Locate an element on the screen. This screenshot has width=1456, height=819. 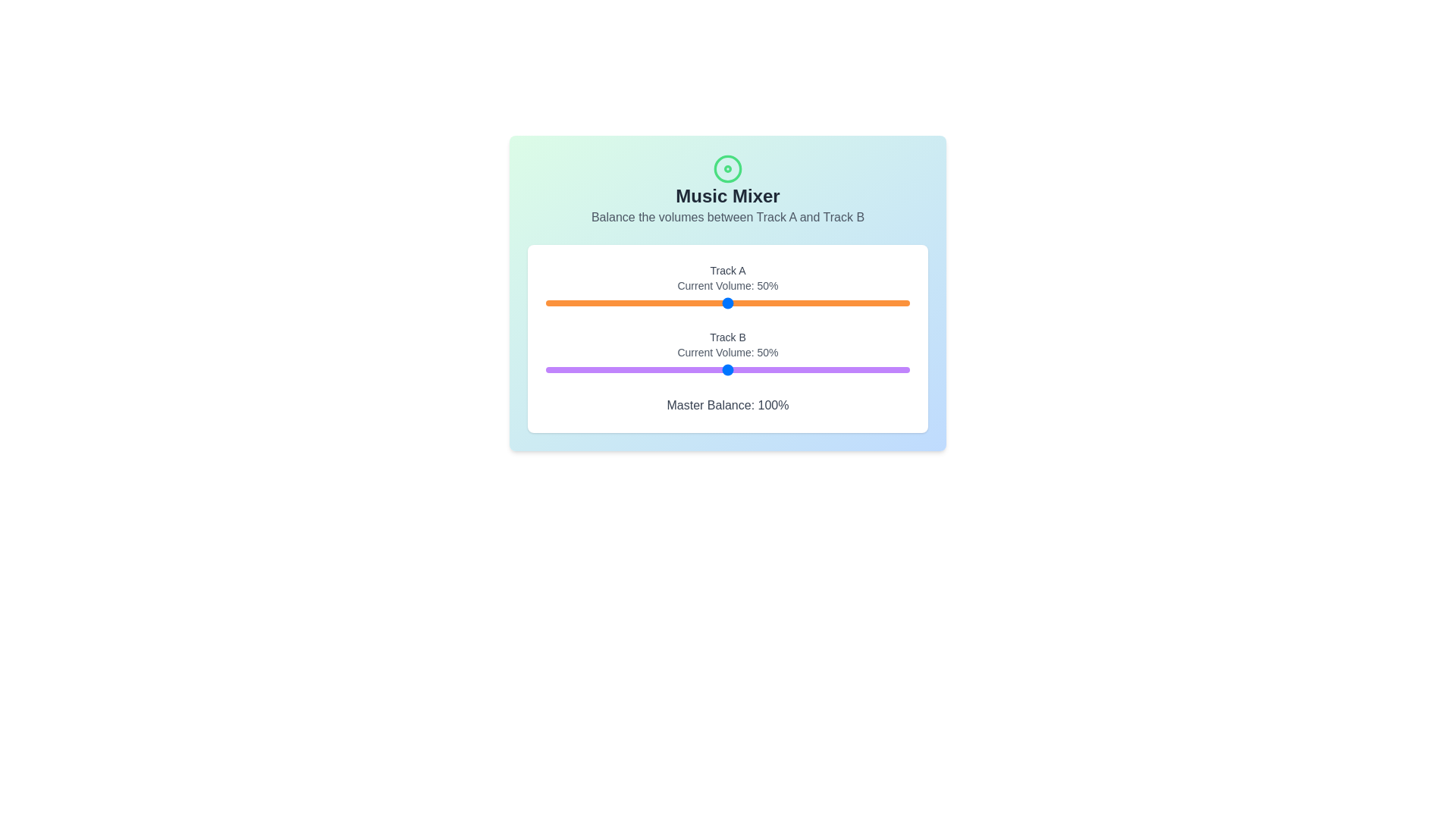
the volume slider for Track B to 86% is located at coordinates (858, 370).